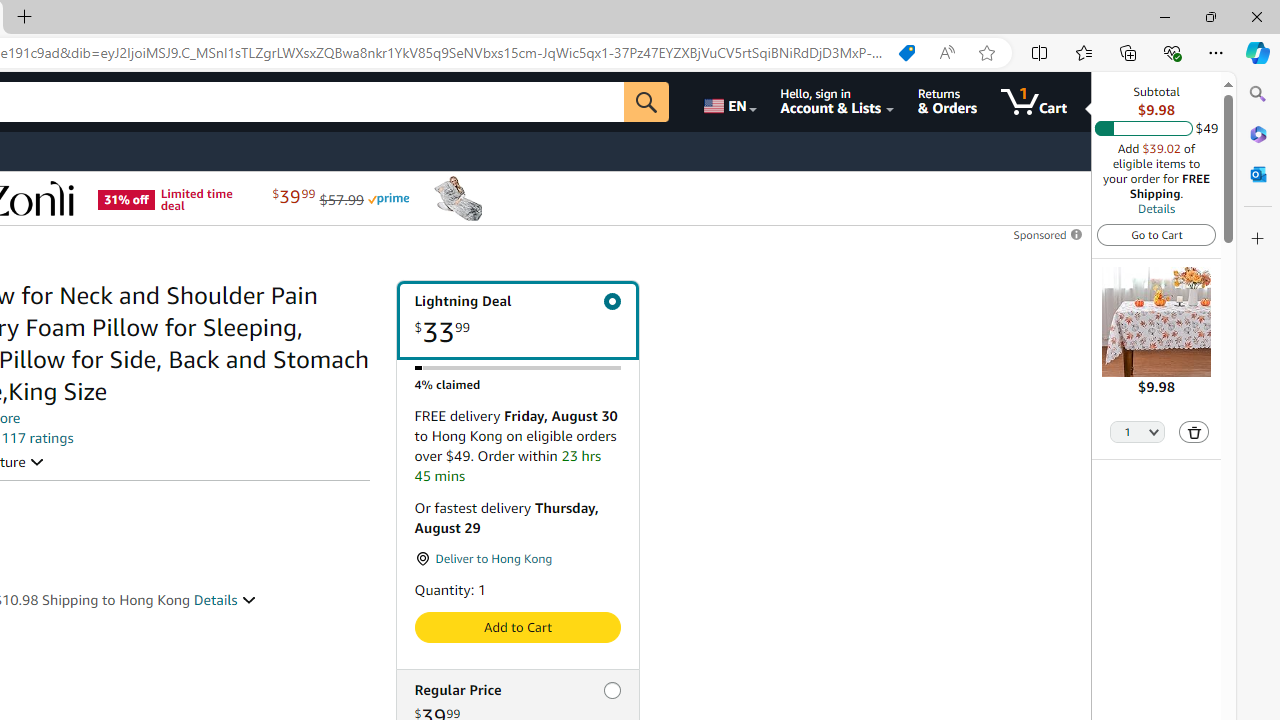 The width and height of the screenshot is (1280, 720). Describe the element at coordinates (727, 101) in the screenshot. I see `'Choose a language for shopping.'` at that location.